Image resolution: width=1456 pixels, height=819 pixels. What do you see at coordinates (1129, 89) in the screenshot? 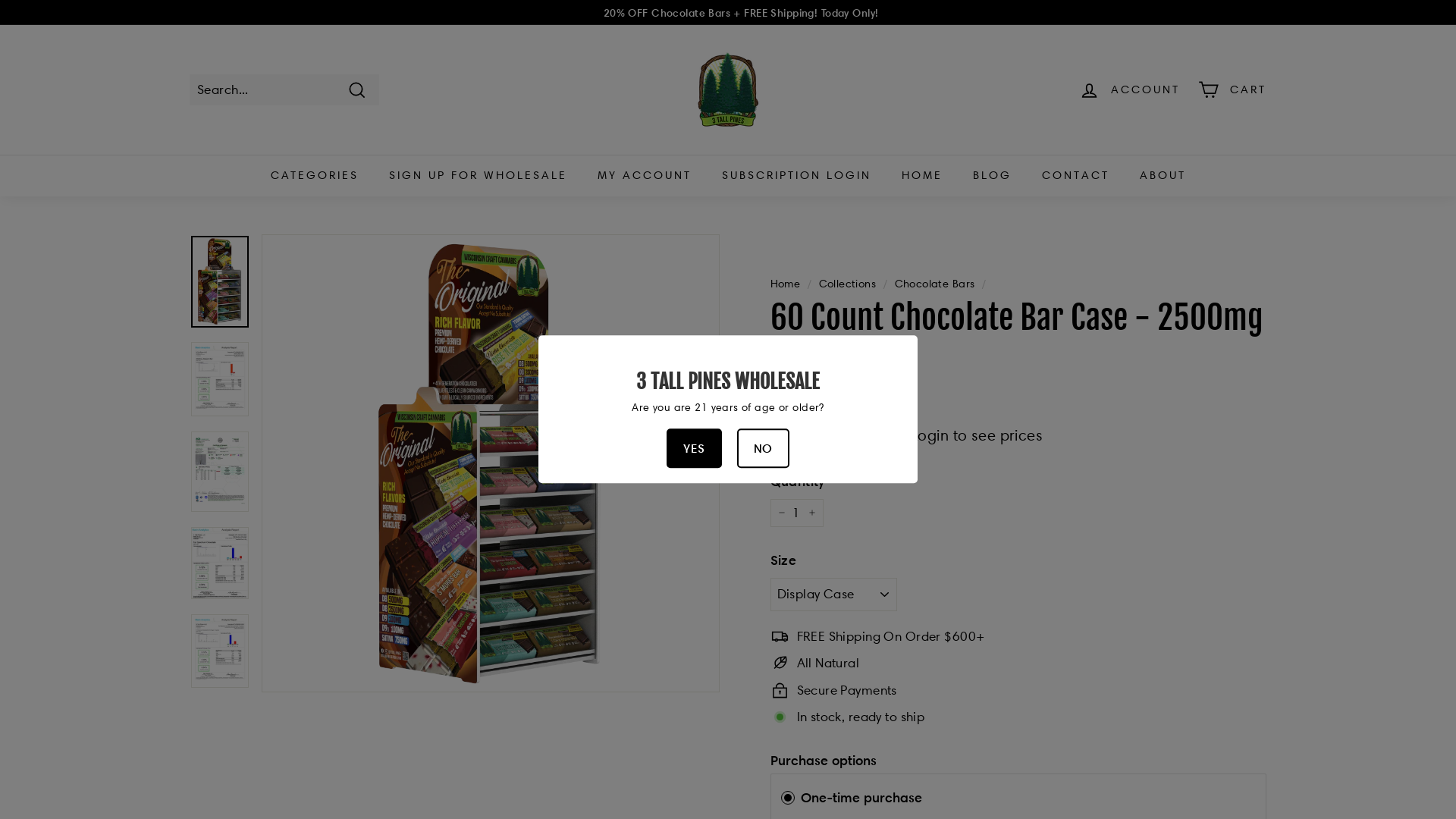
I see `'ACCOUNT'` at bounding box center [1129, 89].